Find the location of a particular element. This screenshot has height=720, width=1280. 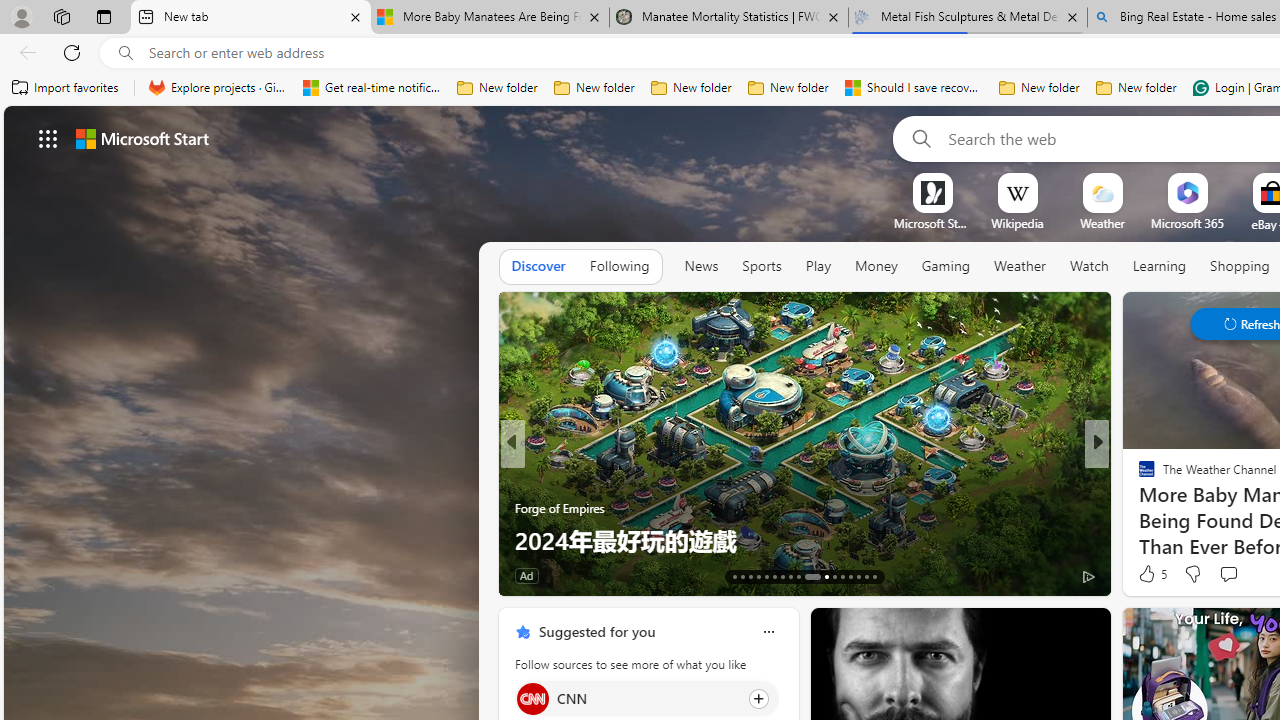

'AutomationID: tab-13' is located at coordinates (733, 577).